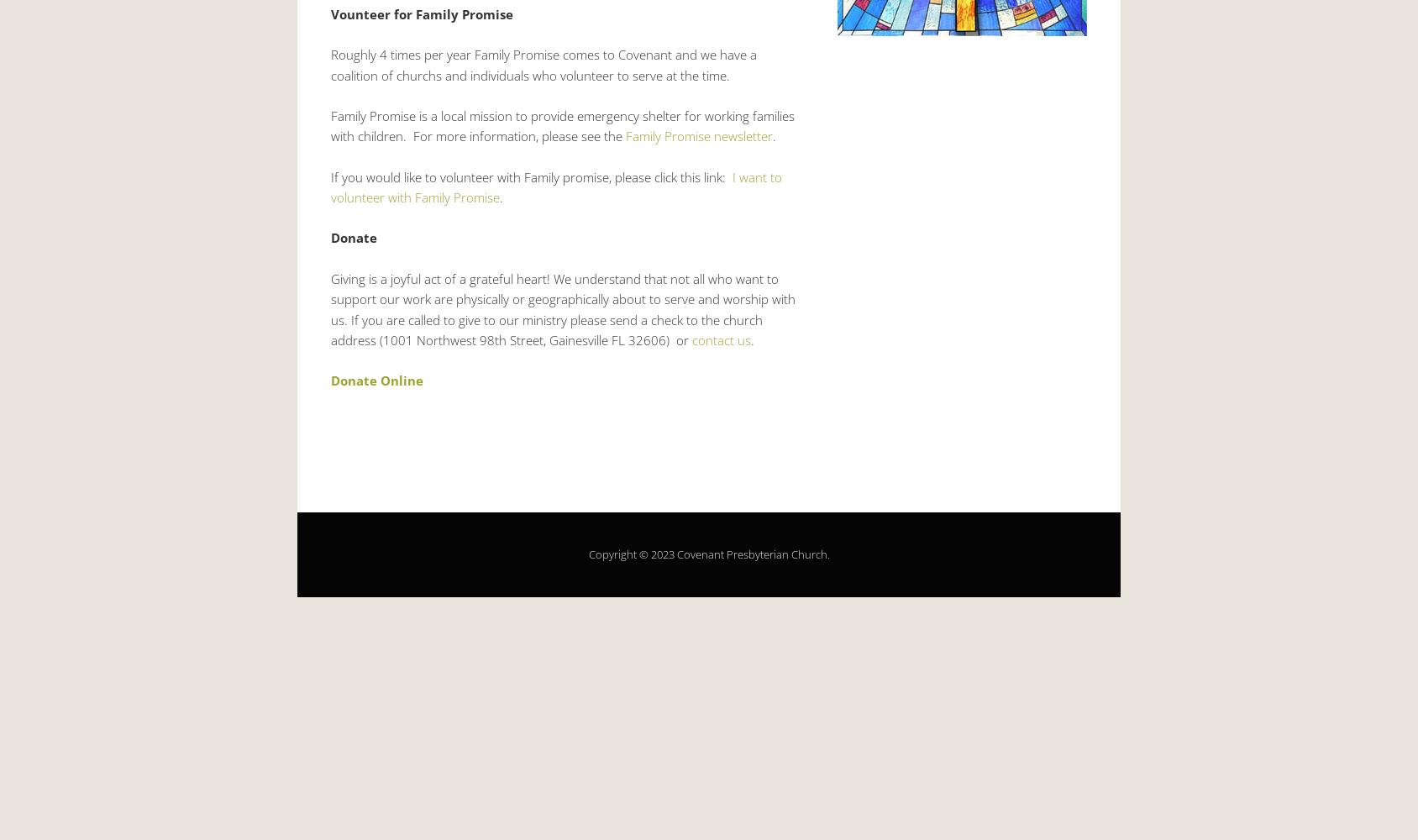 This screenshot has height=840, width=1418. I want to click on 'Family Promise is a local mission to provide emergency shelter for working families with children.  For more information, please see the', so click(561, 125).